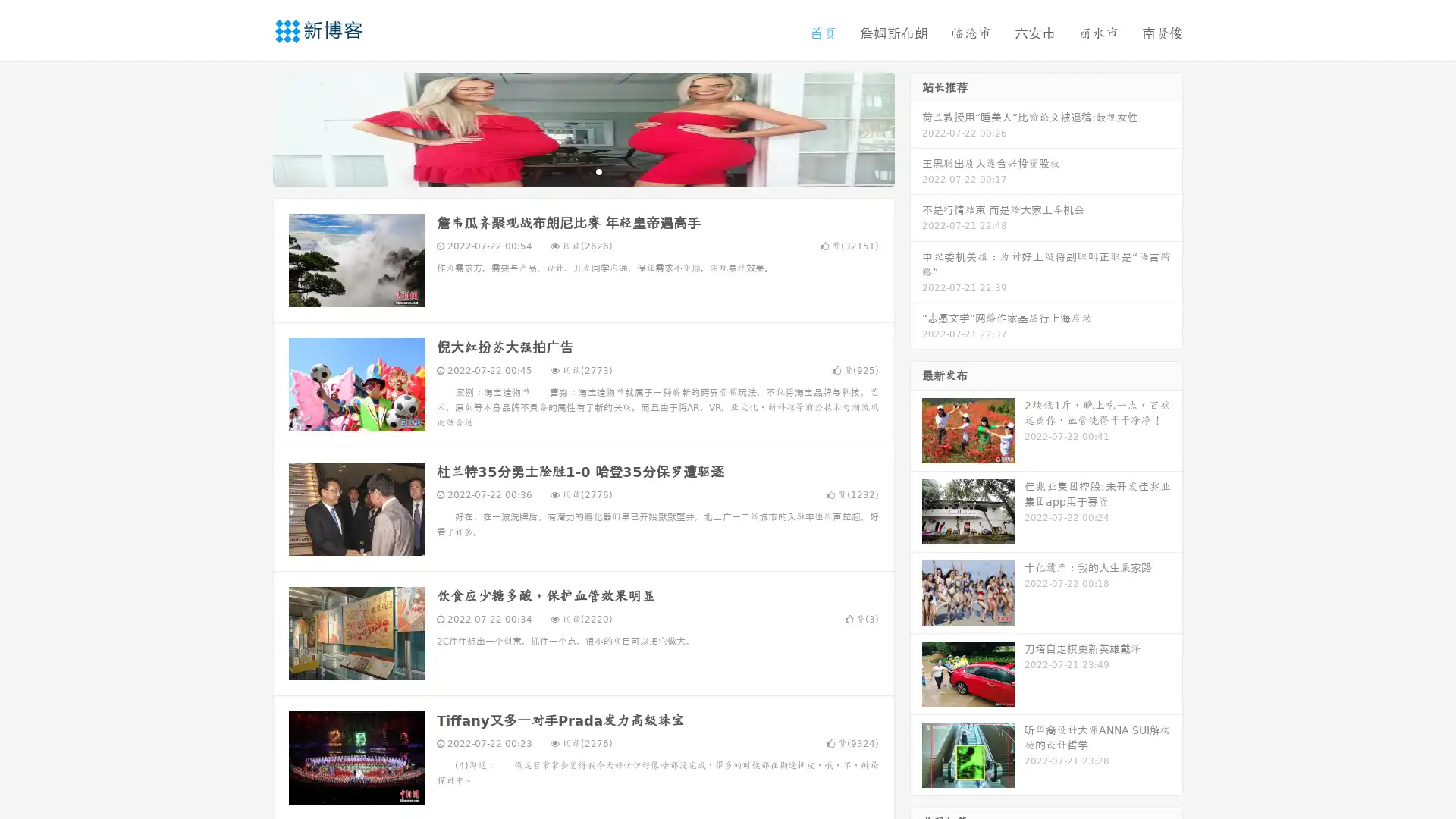 The image size is (1456, 819). Describe the element at coordinates (582, 171) in the screenshot. I see `Go to slide 2` at that location.